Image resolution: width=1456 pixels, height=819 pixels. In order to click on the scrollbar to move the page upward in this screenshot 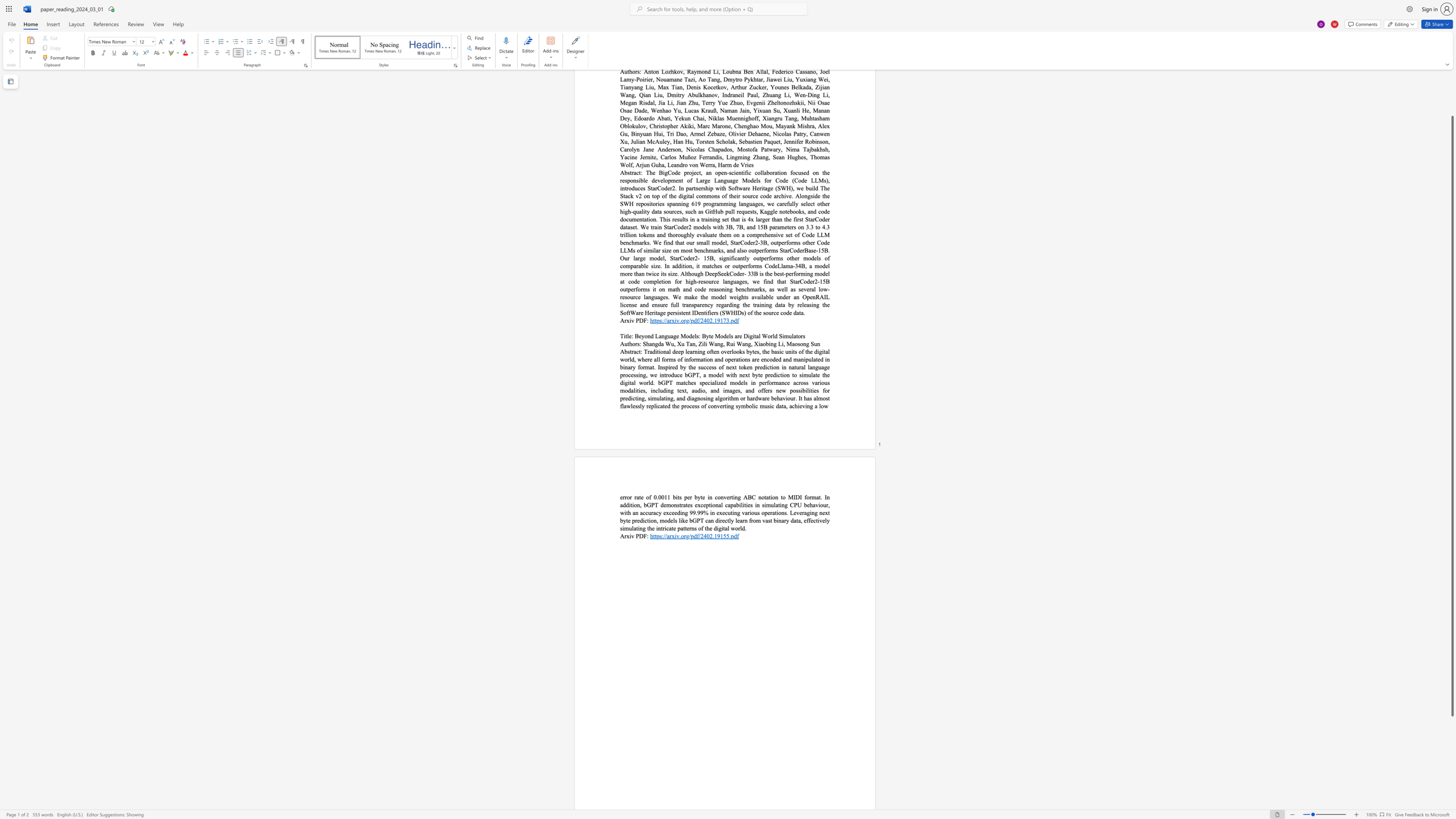, I will do `click(1451, 94)`.